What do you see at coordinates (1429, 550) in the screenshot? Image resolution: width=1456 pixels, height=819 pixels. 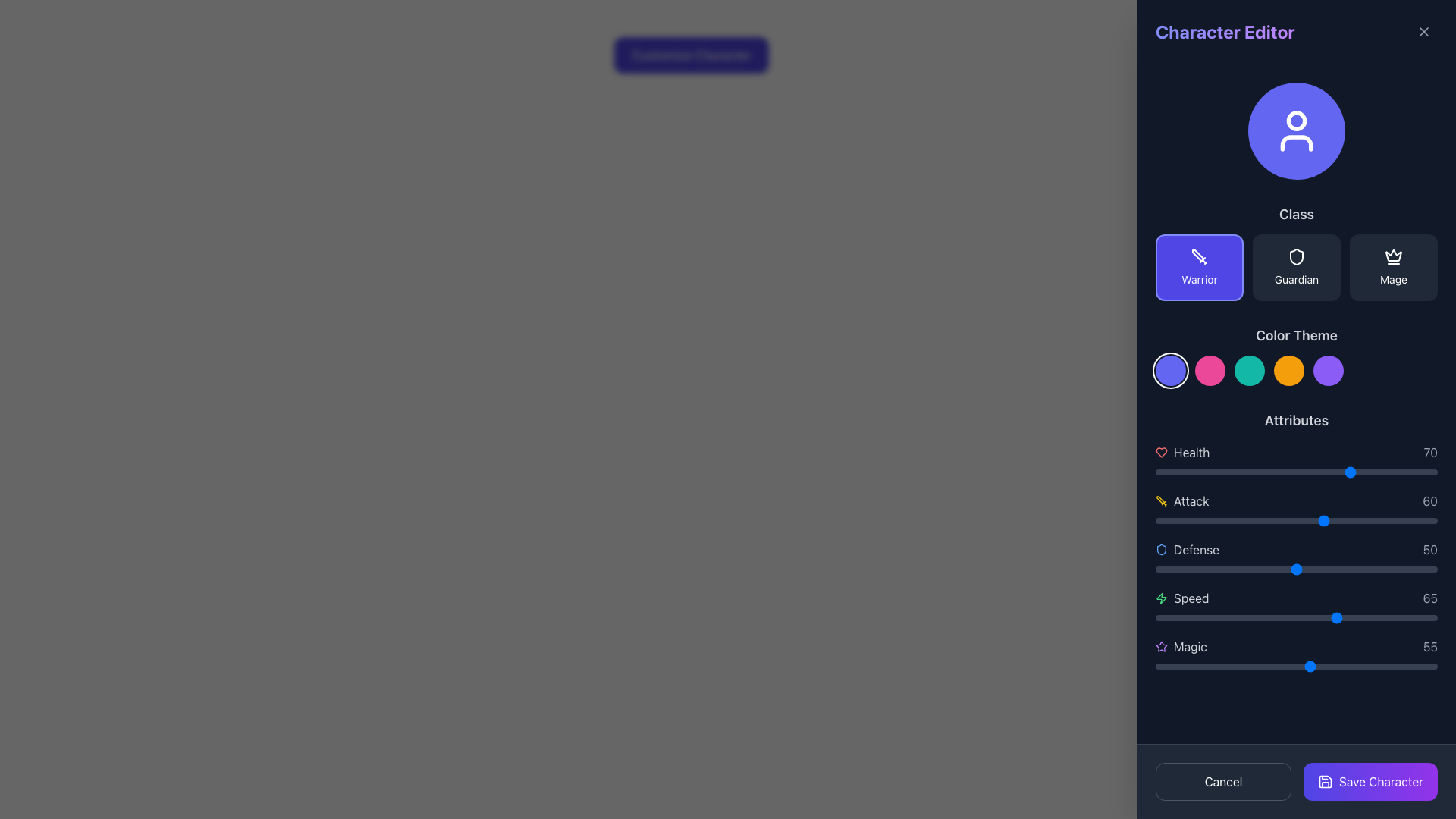 I see `the text display indicating the 'Defense' attribute, which is positioned to the right of the word 'Defense' and a shield icon` at bounding box center [1429, 550].